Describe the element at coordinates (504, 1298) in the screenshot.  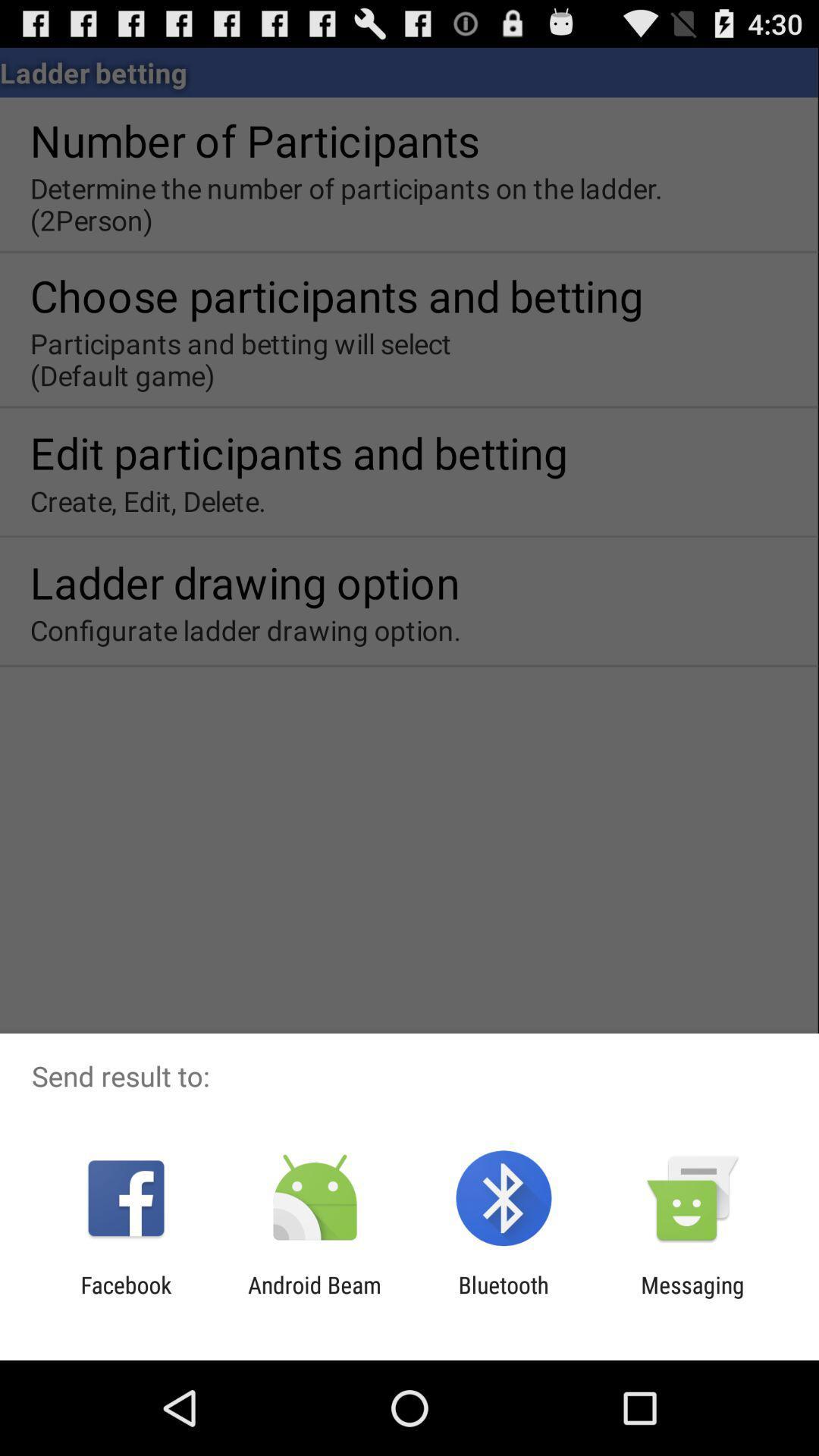
I see `the item to the left of the messaging item` at that location.